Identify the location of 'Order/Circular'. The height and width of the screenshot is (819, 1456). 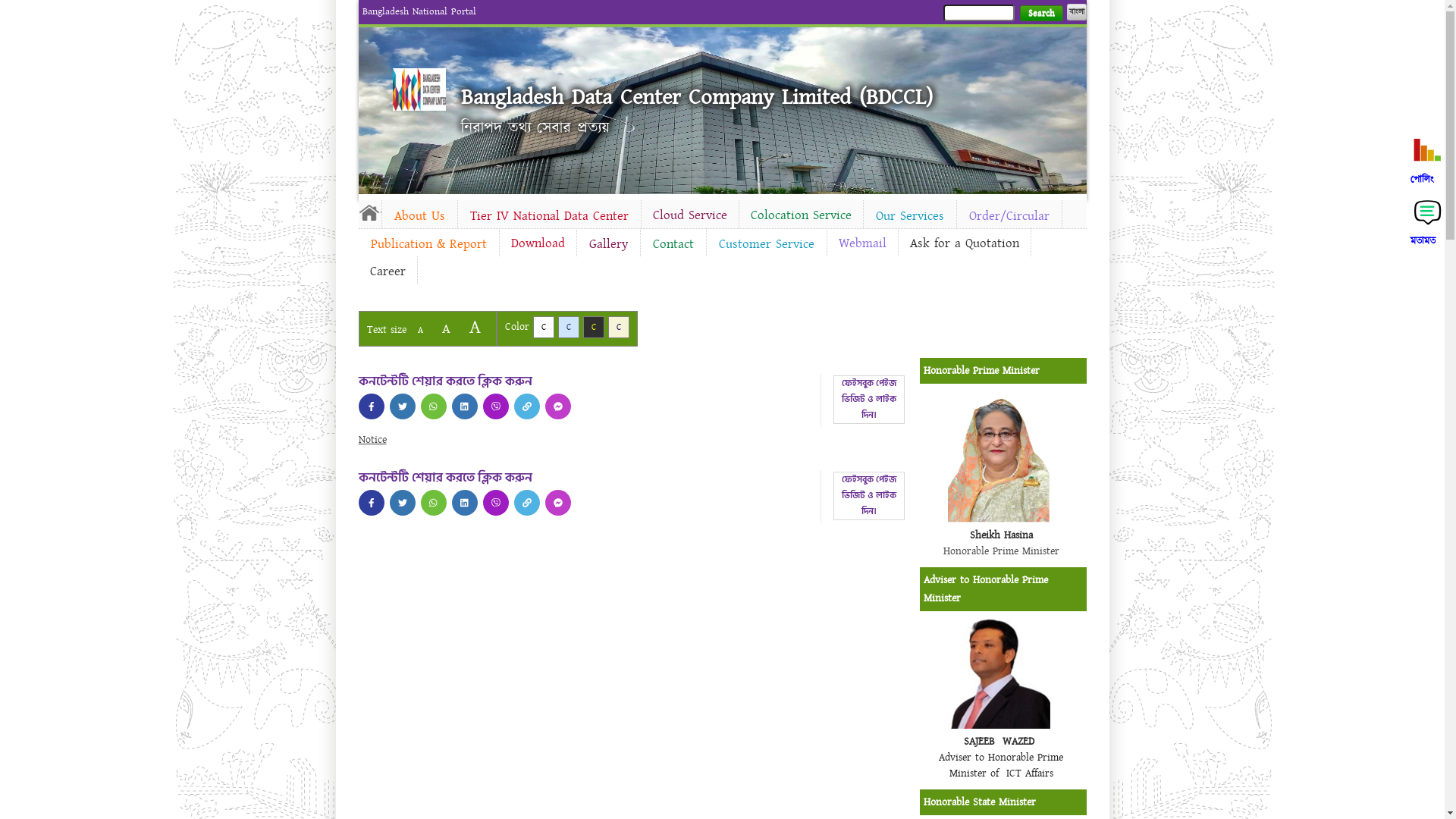
(1009, 216).